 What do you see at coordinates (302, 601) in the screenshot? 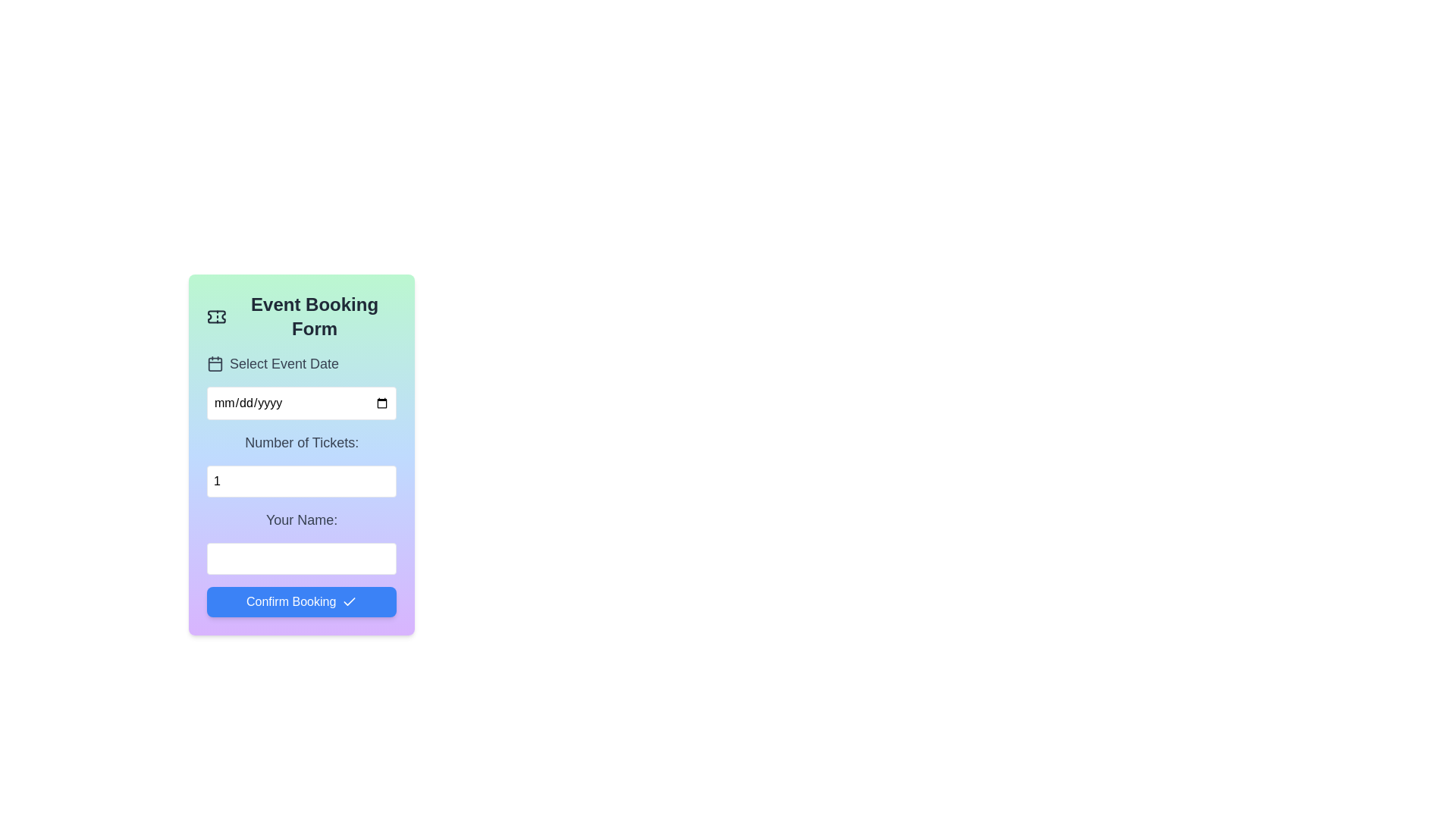
I see `the confirm booking button located at the bottom of the event booking form, which is horizontally centered below the 'Your Name' text input, to provide visual feedback` at bounding box center [302, 601].